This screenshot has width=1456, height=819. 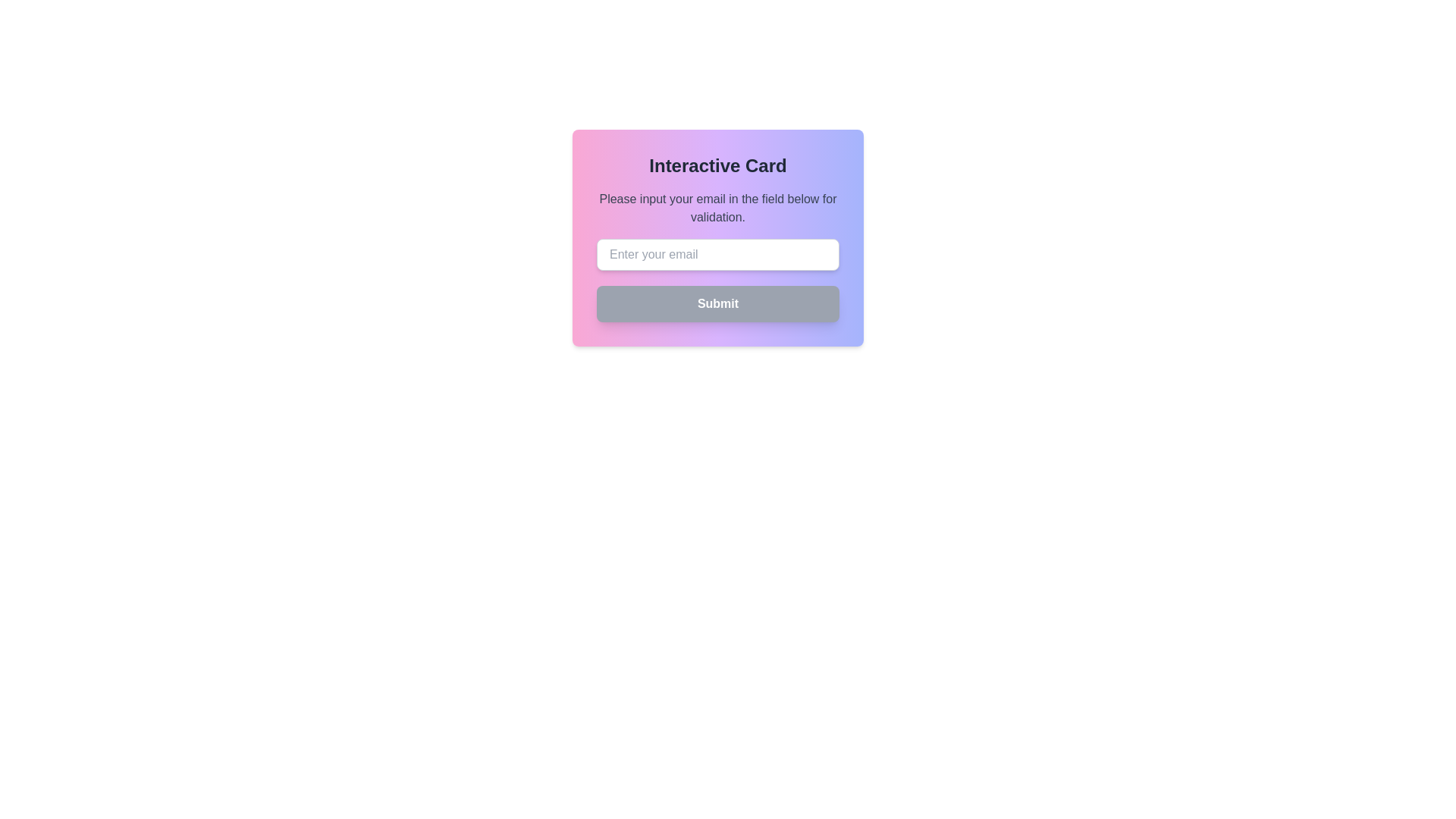 I want to click on the 'Submit' button, which is a rectangular button with rounded corners, gray background, and white bold text, positioned below the input field for email validation, so click(x=717, y=304).